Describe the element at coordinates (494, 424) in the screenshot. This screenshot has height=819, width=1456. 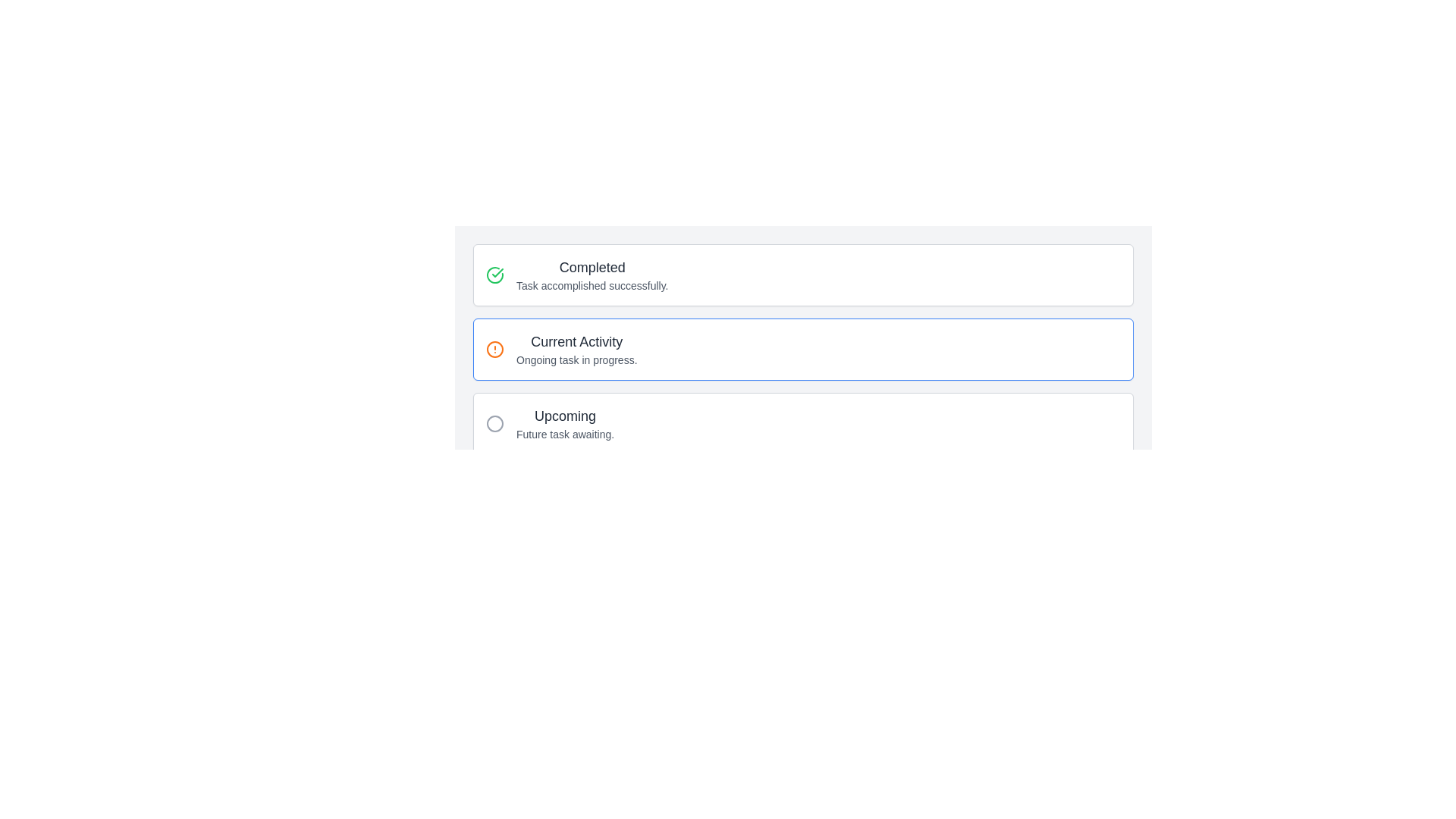
I see `the circular grayish outlined icon located to the left of the 'Upcoming' label` at that location.